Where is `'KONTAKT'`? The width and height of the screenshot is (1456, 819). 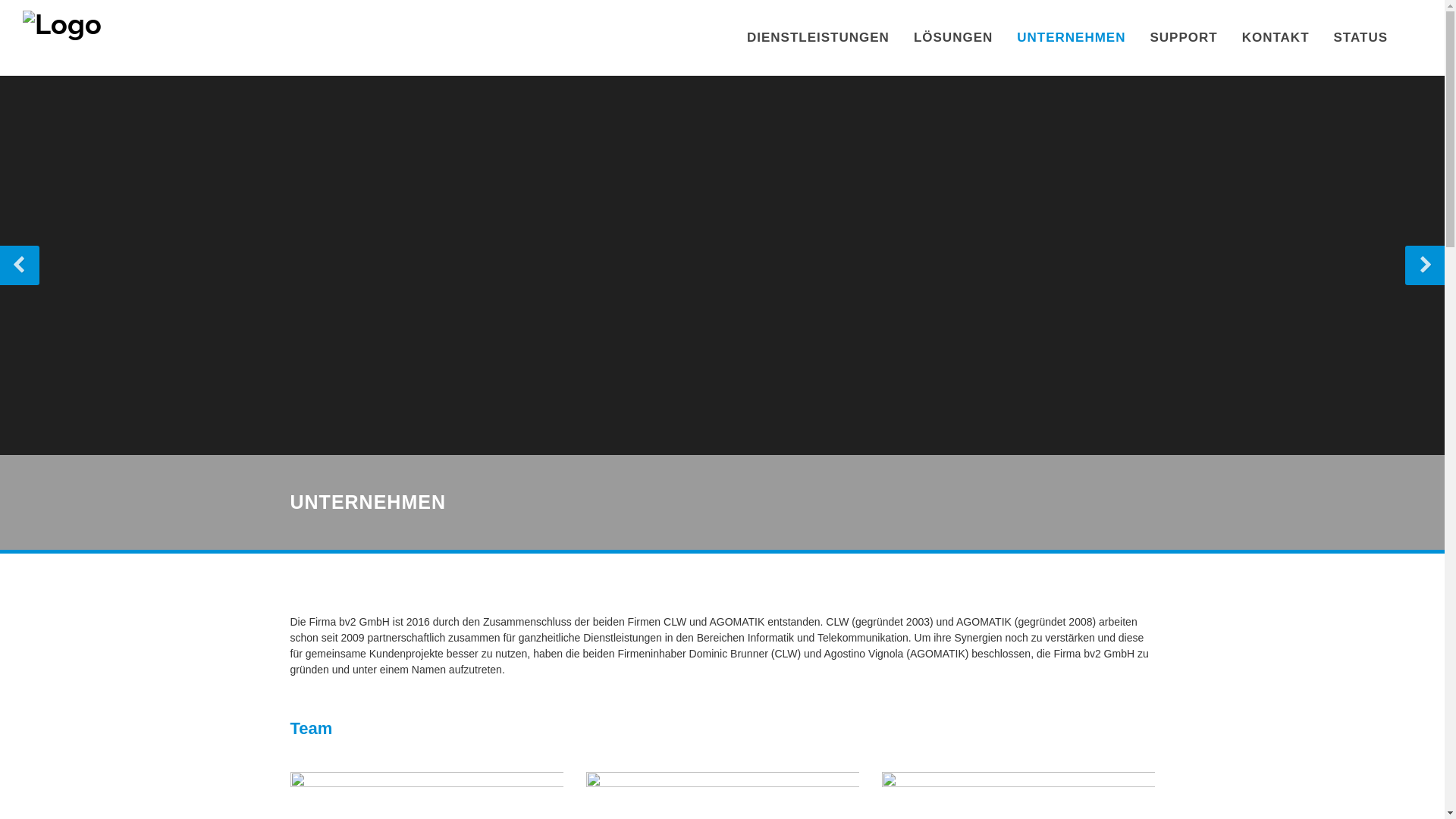
'KONTAKT' is located at coordinates (1275, 37).